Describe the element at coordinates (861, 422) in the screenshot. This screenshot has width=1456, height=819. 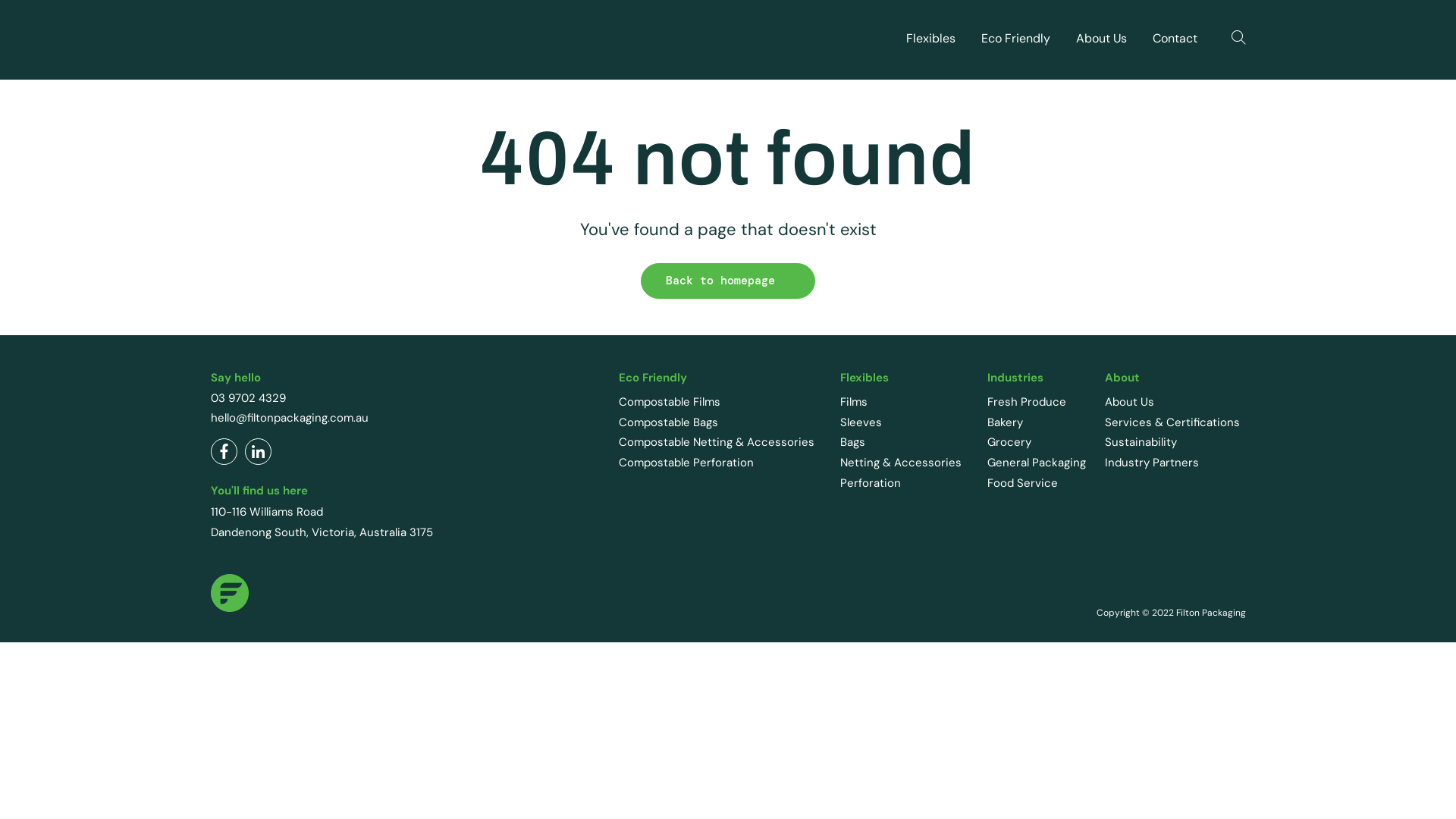
I see `'Sleeves'` at that location.